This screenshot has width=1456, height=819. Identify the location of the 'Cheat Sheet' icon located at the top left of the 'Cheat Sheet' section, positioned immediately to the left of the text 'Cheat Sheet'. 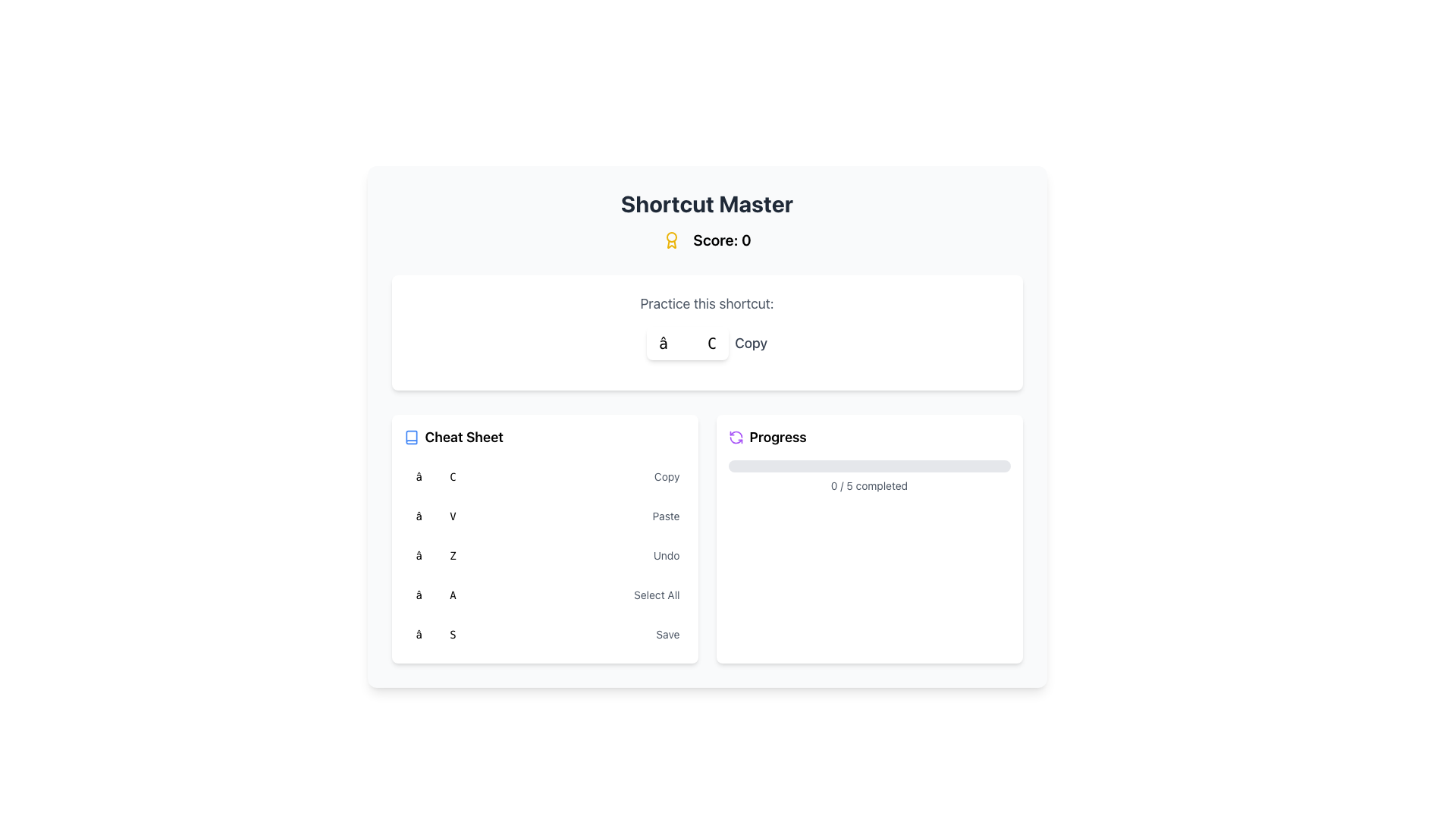
(411, 438).